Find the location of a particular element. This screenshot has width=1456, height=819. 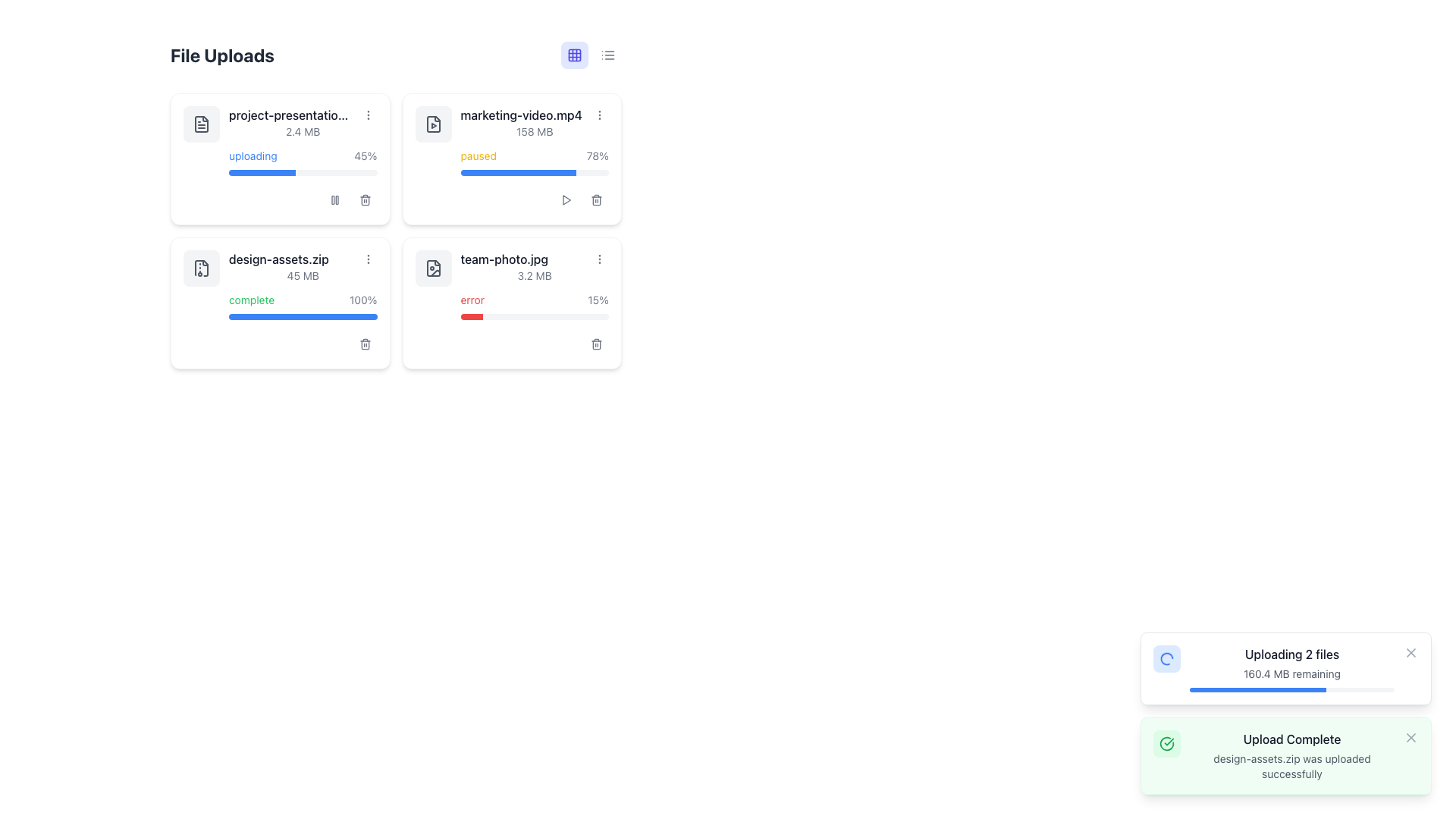

the progress bar located below the text '160.4 MB remaining' and under the section 'Uploading 2 files' within the 'Uploading 2 files' UI card is located at coordinates (1291, 690).